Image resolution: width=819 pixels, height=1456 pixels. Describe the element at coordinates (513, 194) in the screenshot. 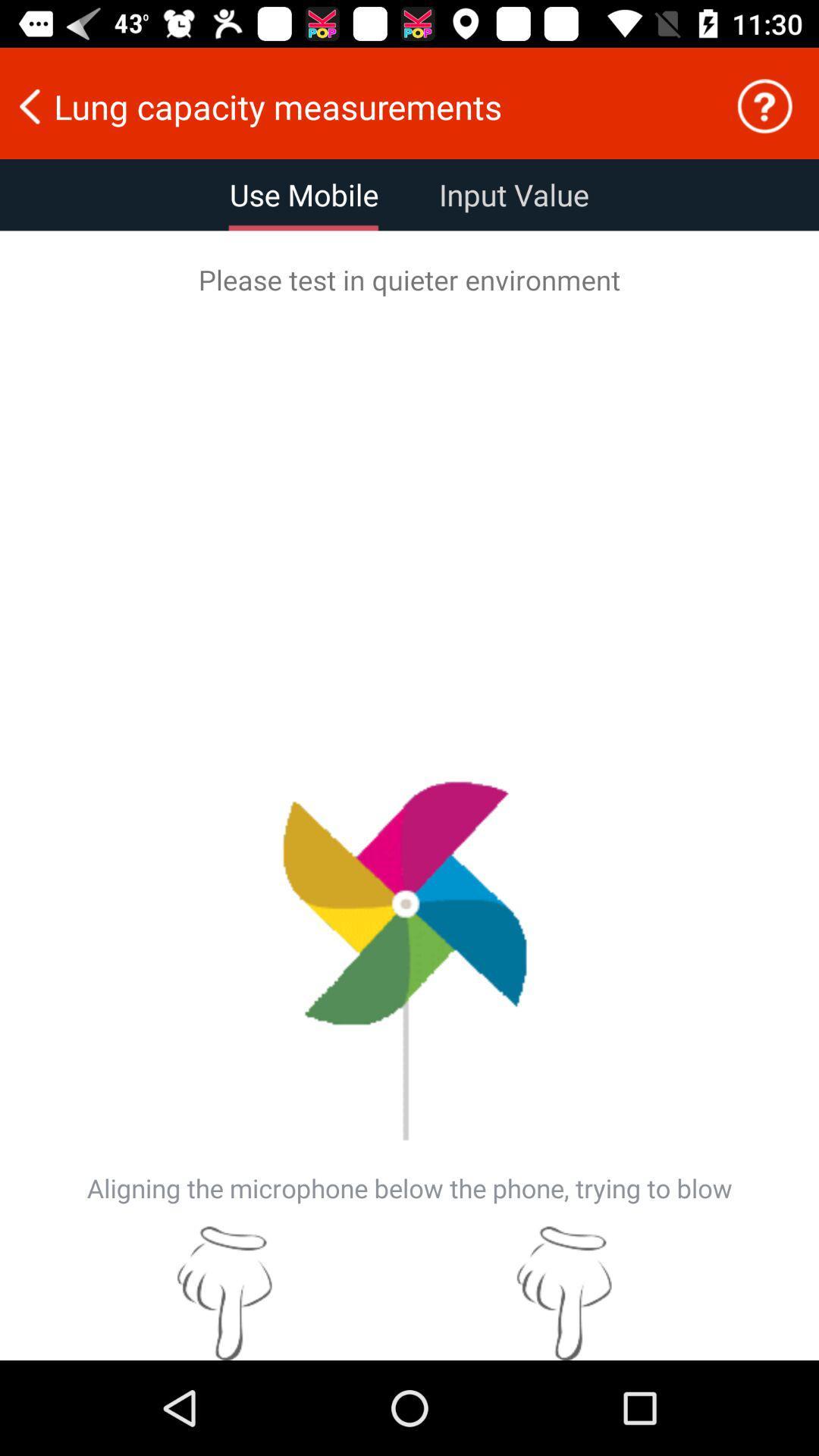

I see `the item to the right of use mobile icon` at that location.